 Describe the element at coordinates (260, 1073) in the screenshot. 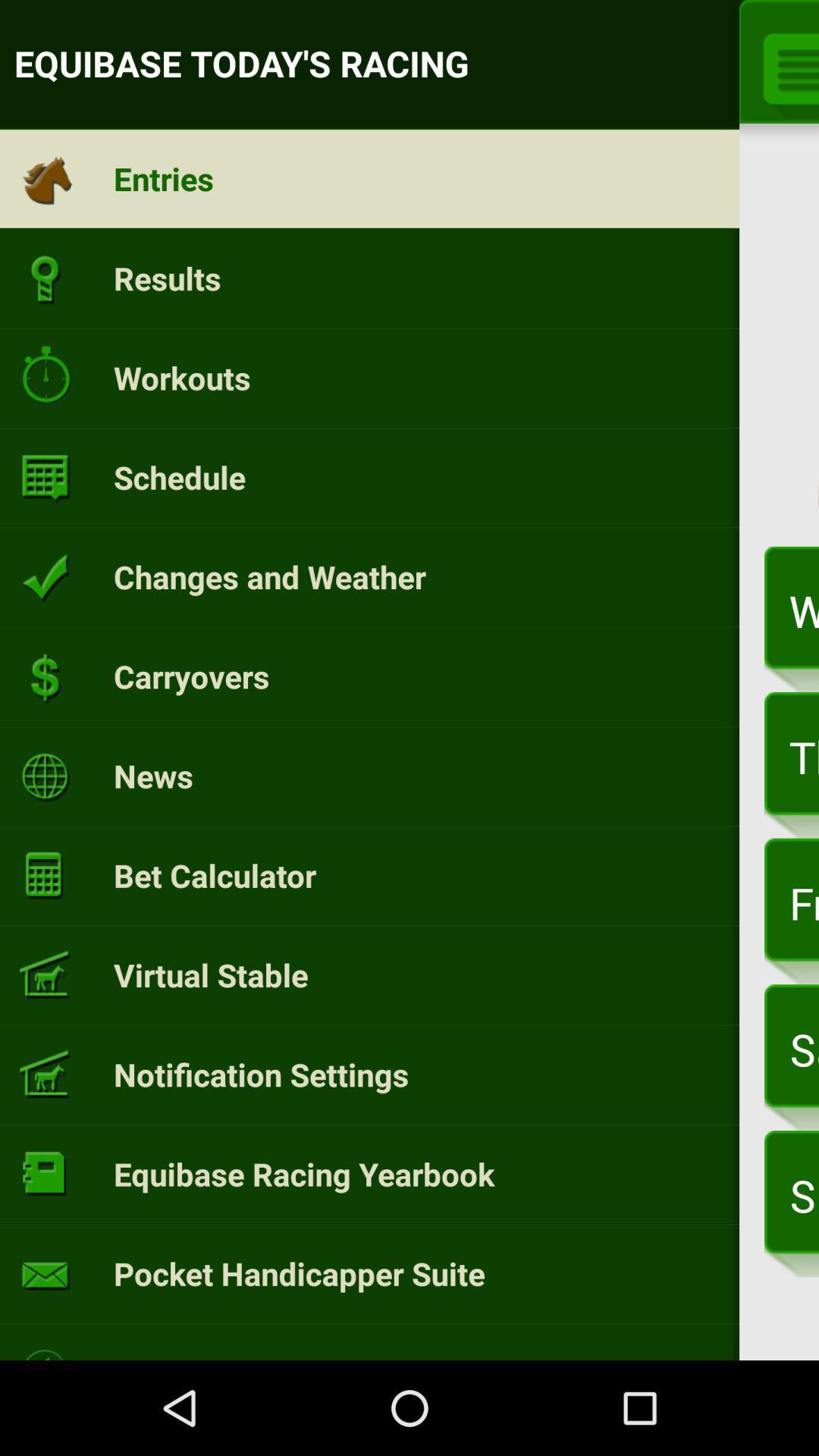

I see `the item to the left of saturday, apr 1 item` at that location.